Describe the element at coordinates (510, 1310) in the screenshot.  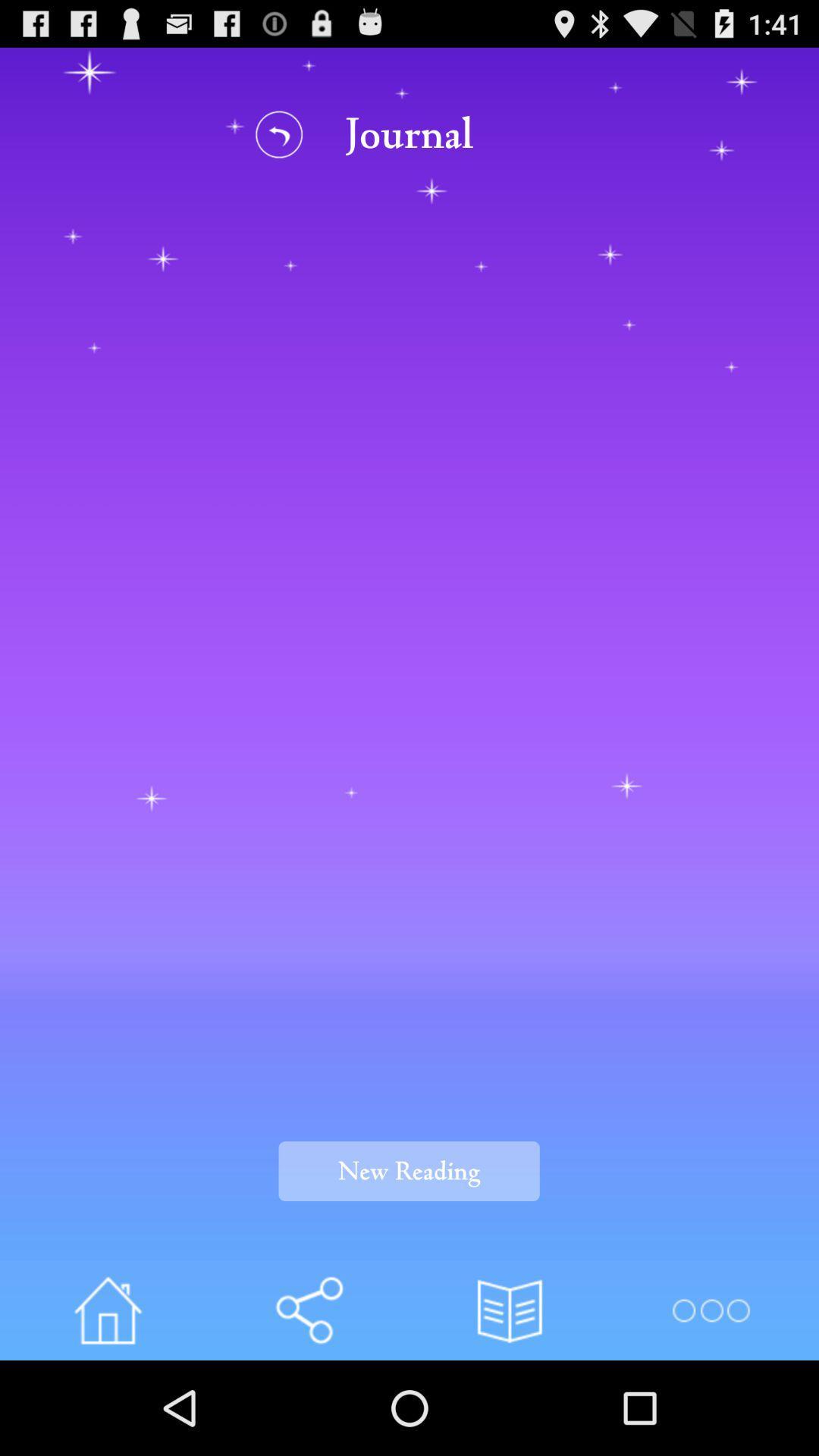
I see `bookmark page` at that location.